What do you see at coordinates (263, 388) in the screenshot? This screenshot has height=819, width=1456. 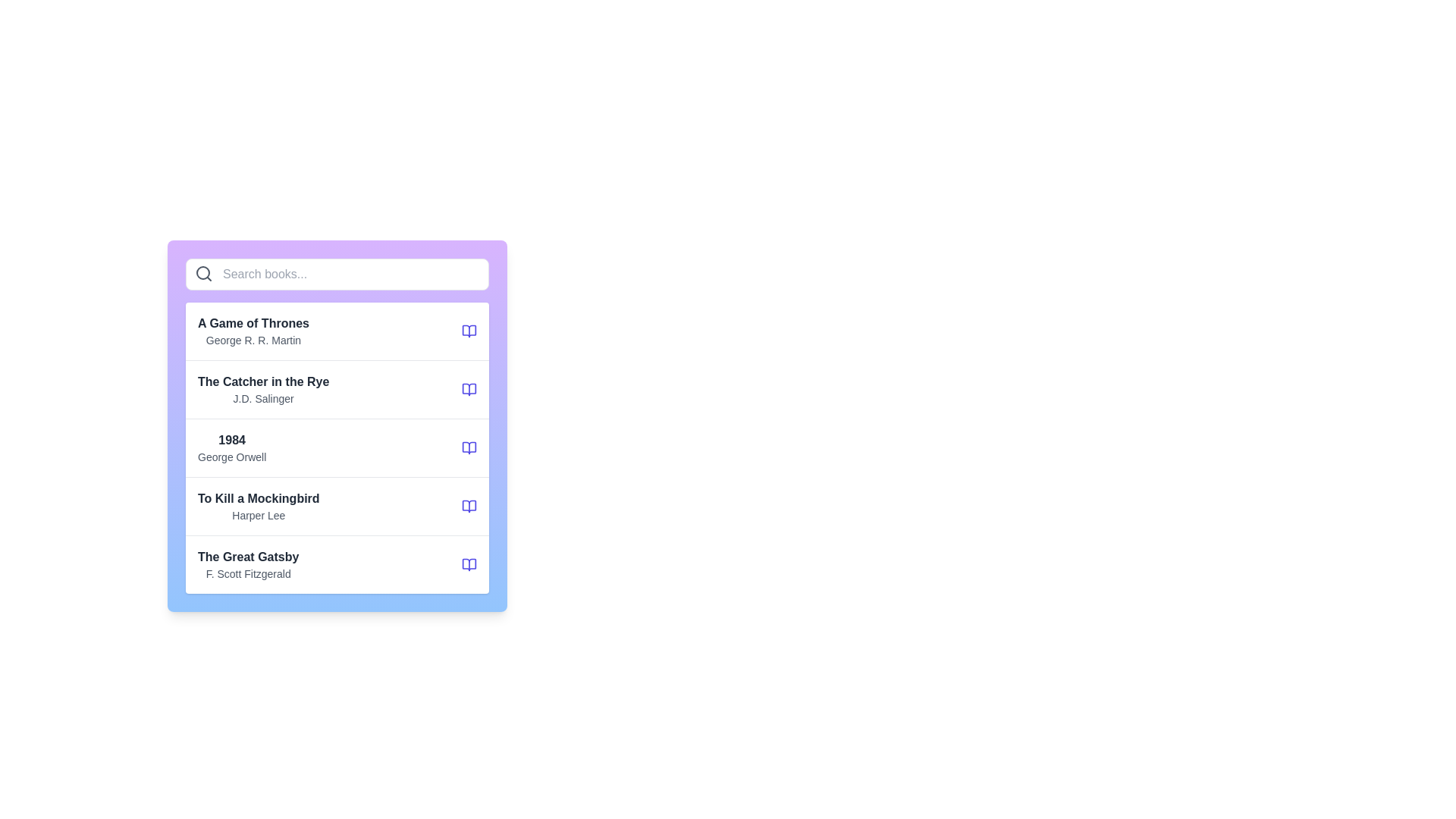 I see `the text entry 'The Catcher in the Rye' in the second row of the list` at bounding box center [263, 388].